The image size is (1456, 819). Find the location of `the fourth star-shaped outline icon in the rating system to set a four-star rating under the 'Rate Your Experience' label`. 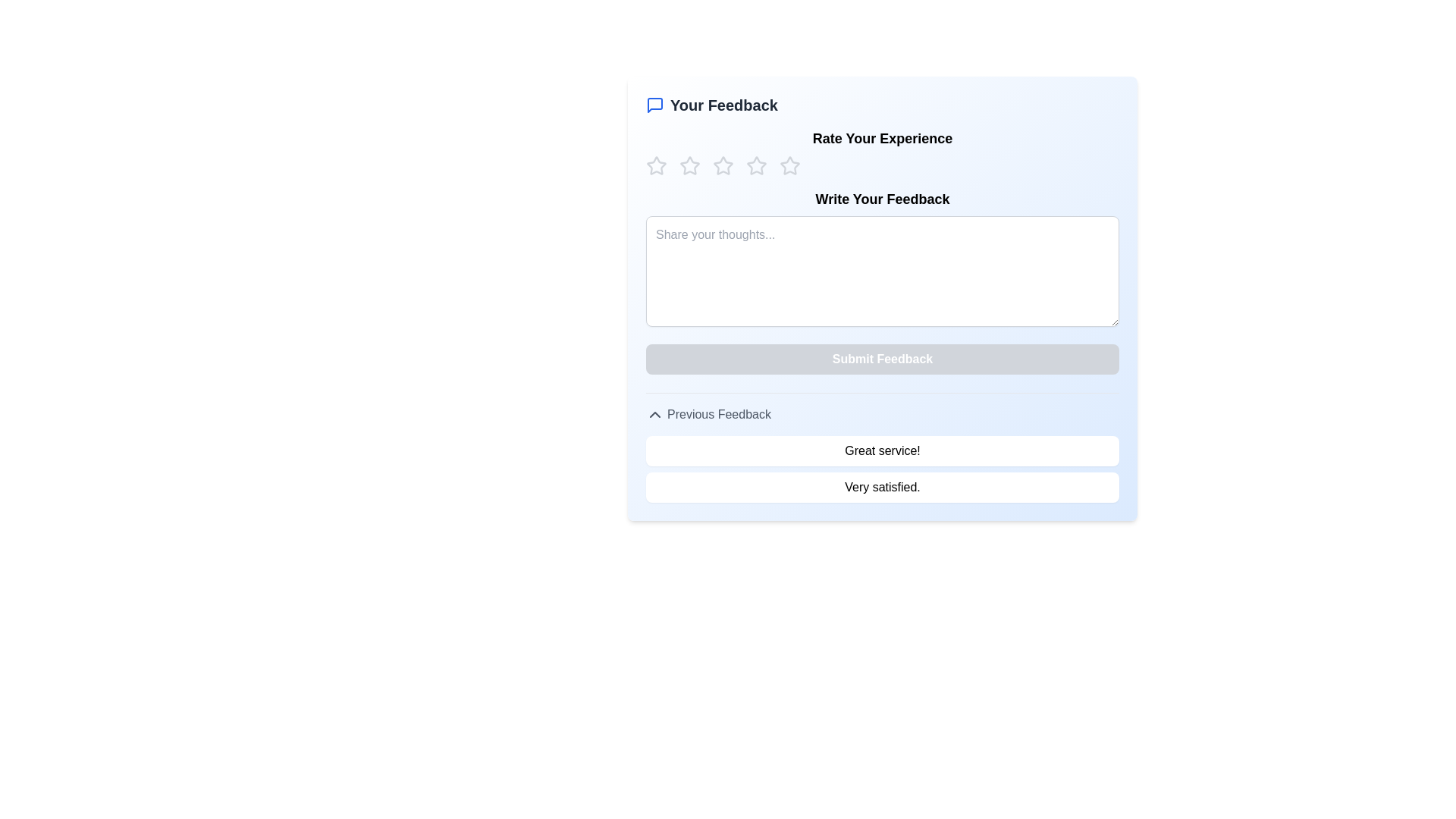

the fourth star-shaped outline icon in the rating system to set a four-star rating under the 'Rate Your Experience' label is located at coordinates (757, 165).